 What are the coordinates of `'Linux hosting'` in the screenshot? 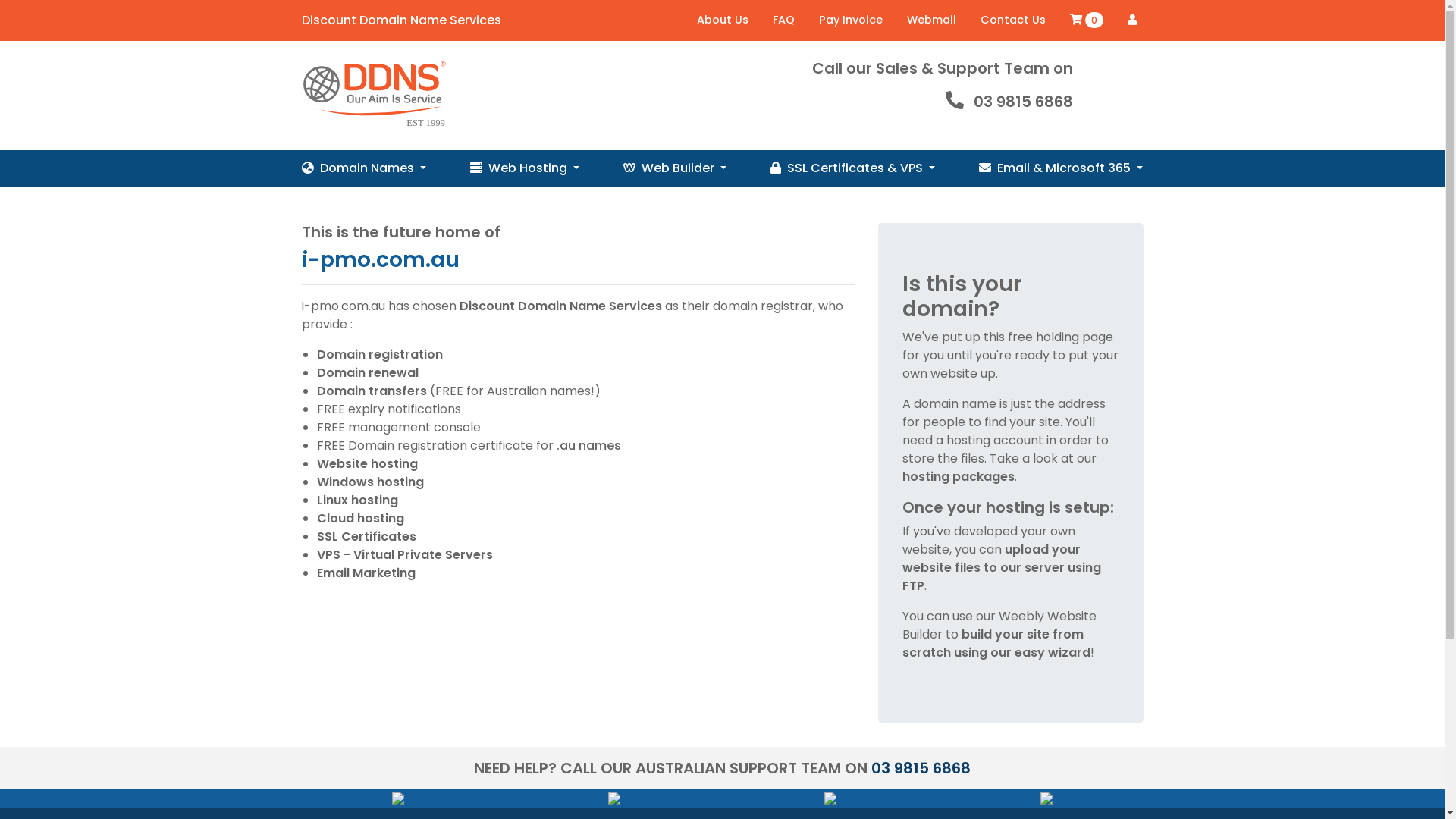 It's located at (356, 500).